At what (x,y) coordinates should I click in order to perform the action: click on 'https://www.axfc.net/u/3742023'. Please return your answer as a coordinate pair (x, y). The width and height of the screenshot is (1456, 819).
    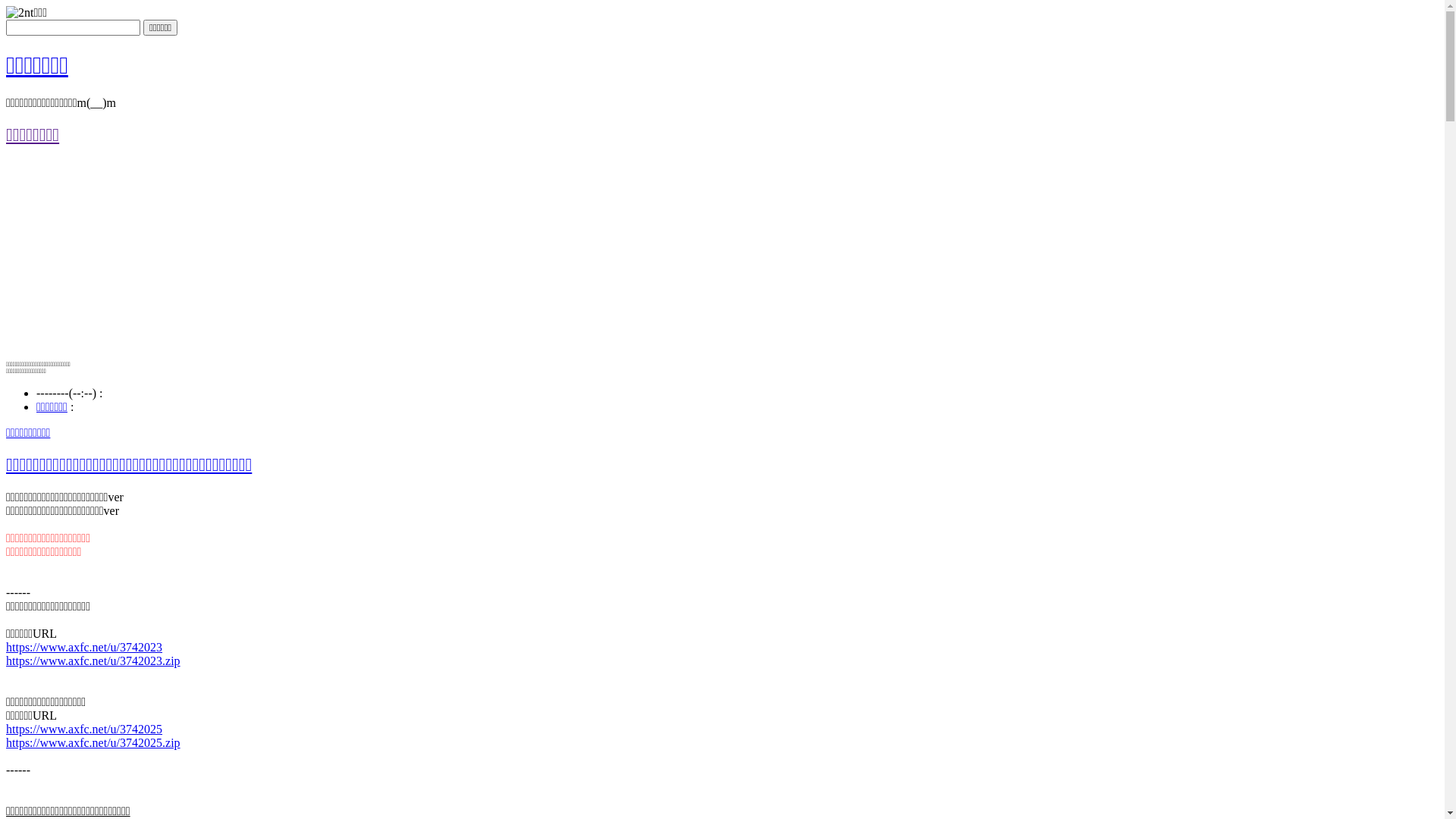
    Looking at the image, I should click on (83, 646).